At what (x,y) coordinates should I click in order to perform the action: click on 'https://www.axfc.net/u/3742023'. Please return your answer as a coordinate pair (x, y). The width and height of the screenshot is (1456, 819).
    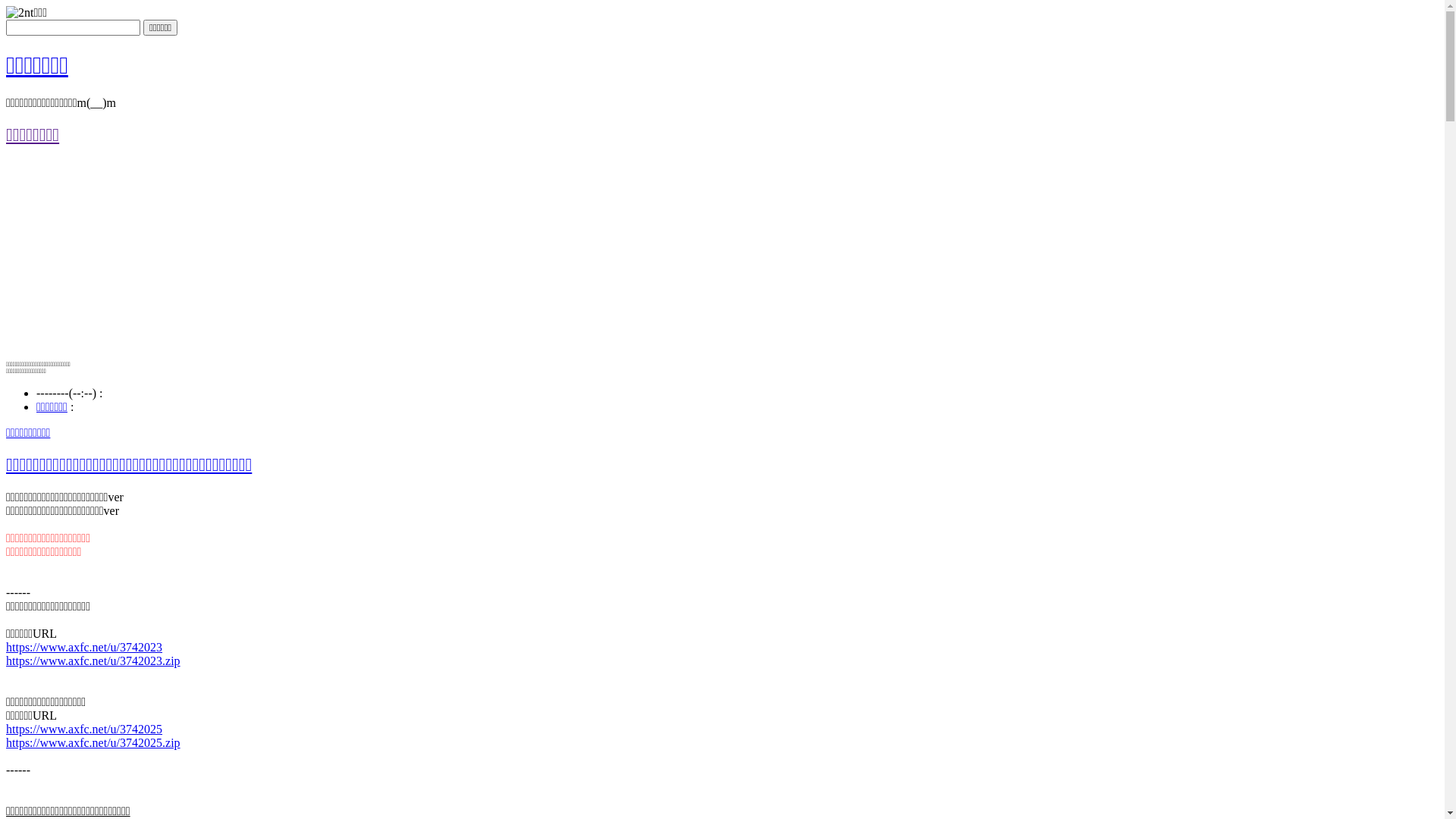
    Looking at the image, I should click on (83, 646).